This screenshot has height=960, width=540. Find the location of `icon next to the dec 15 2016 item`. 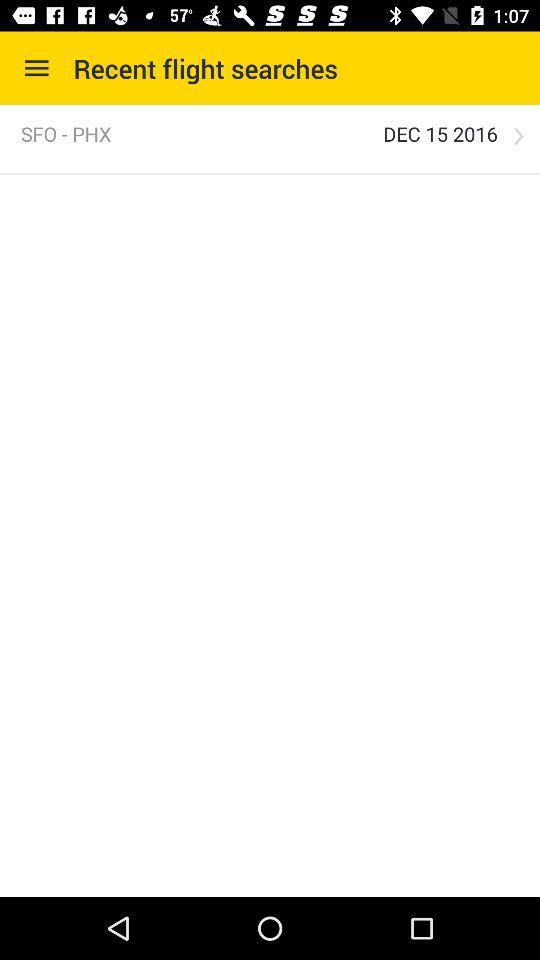

icon next to the dec 15 2016 item is located at coordinates (518, 135).